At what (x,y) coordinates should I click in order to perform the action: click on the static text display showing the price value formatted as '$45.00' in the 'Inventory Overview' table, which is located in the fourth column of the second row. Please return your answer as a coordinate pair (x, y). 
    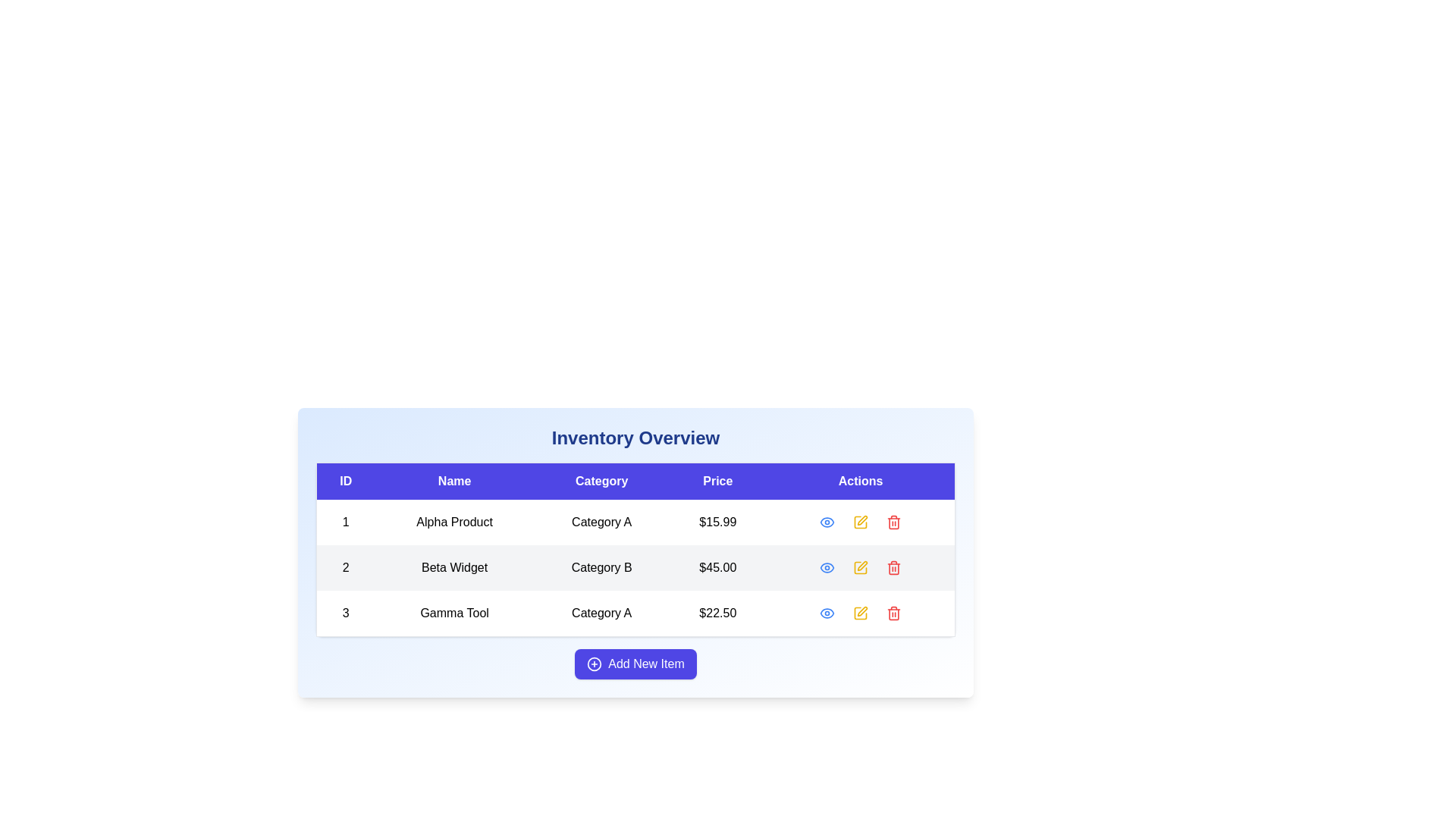
    Looking at the image, I should click on (717, 567).